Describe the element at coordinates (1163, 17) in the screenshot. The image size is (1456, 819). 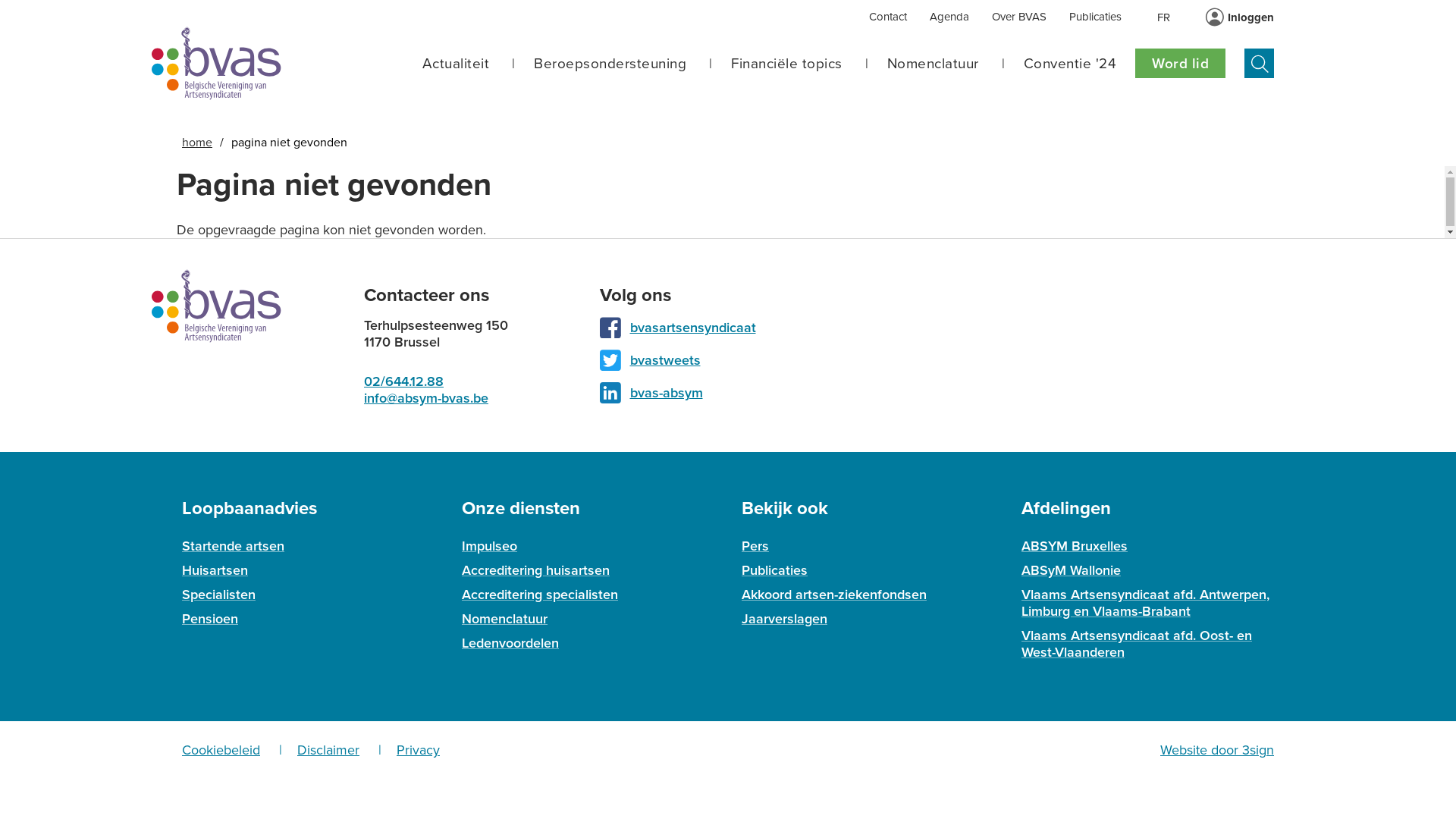
I see `'FR'` at that location.